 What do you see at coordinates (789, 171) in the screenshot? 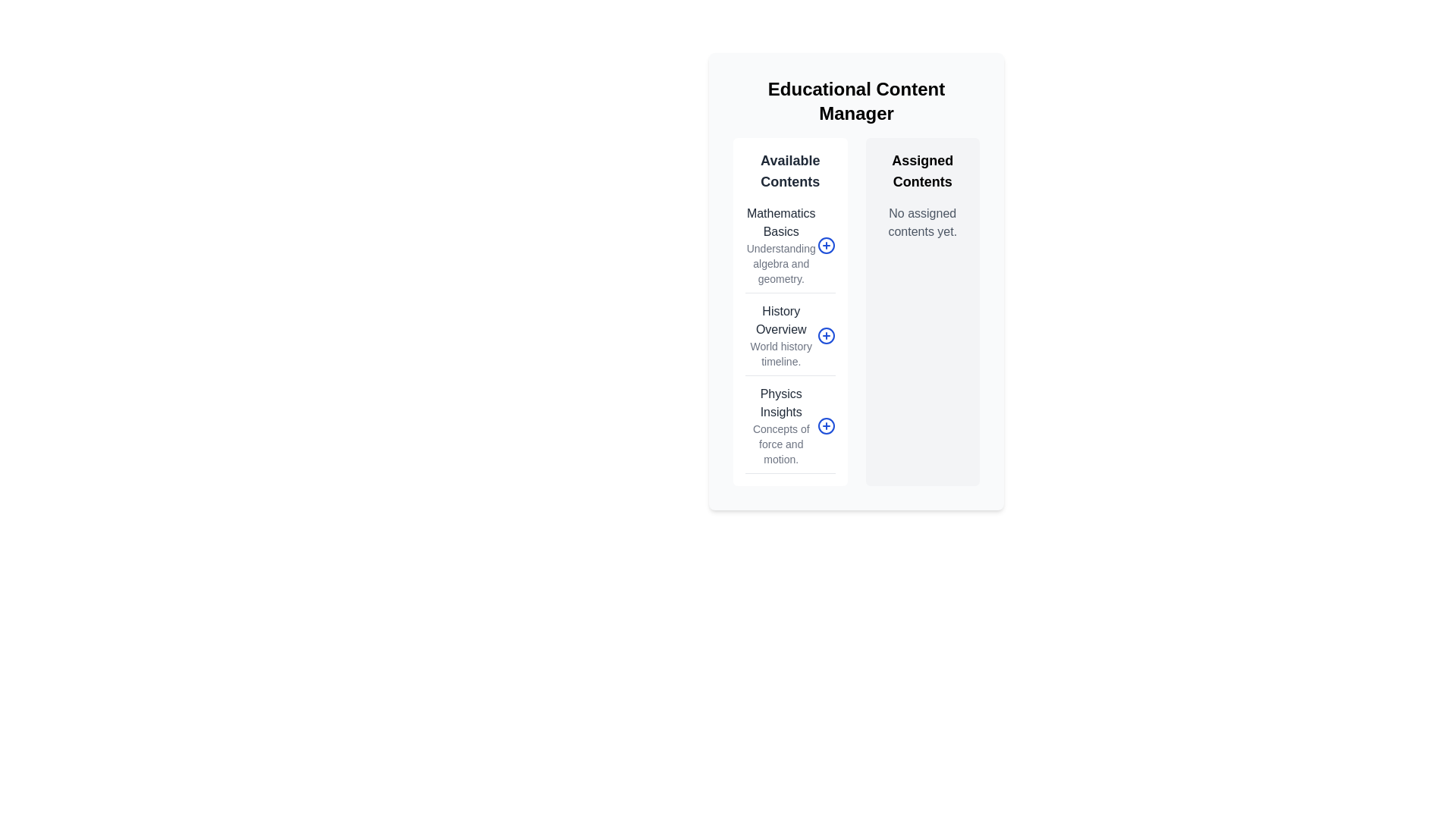
I see `the header text label that provides a brief description of the educational topics section, positioned above the list items such as 'Mathematics Basics', 'History Overview', and 'Physics Insights'` at bounding box center [789, 171].